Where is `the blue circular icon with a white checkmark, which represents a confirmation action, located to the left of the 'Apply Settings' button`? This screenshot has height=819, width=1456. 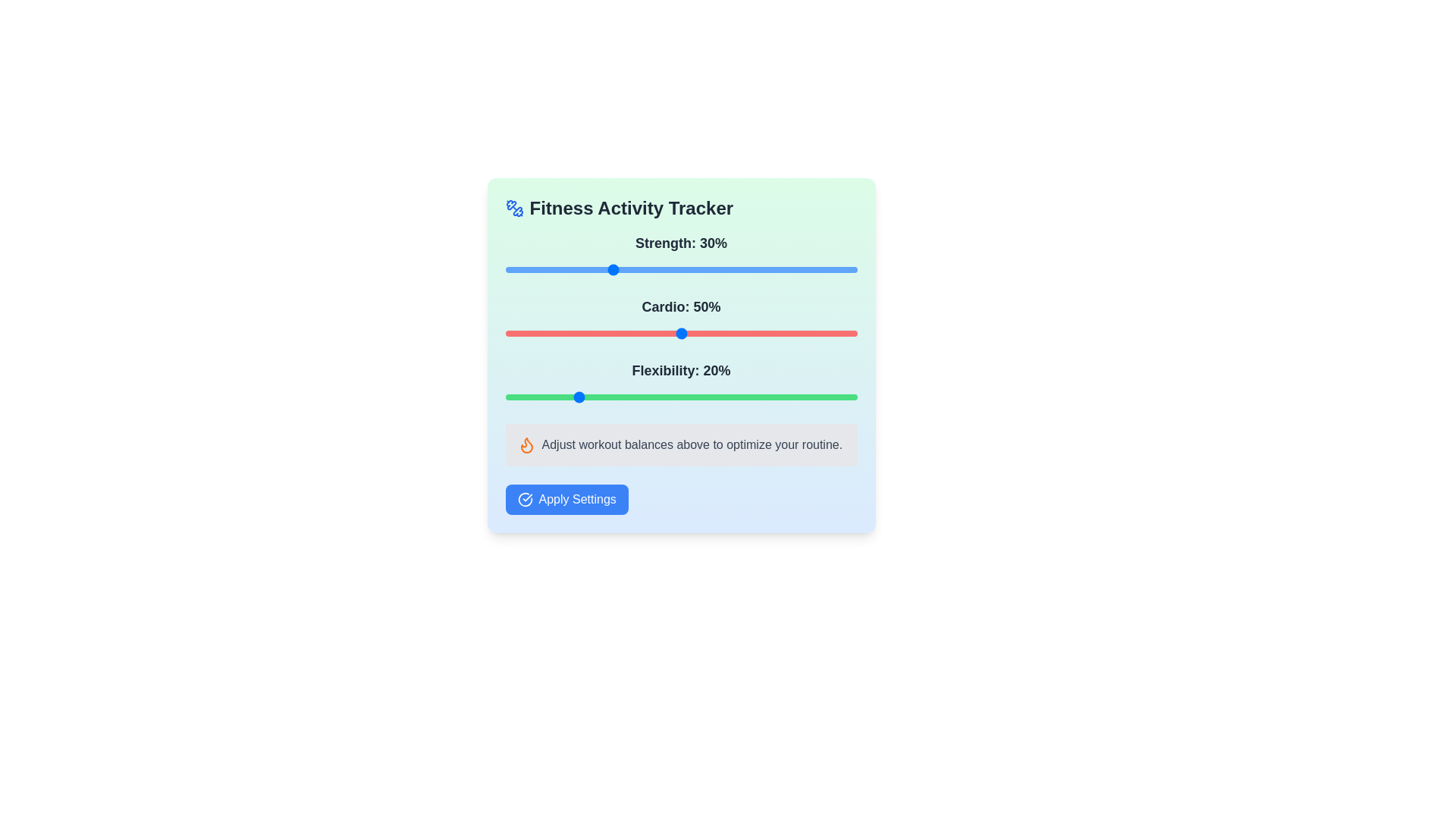 the blue circular icon with a white checkmark, which represents a confirmation action, located to the left of the 'Apply Settings' button is located at coordinates (525, 500).